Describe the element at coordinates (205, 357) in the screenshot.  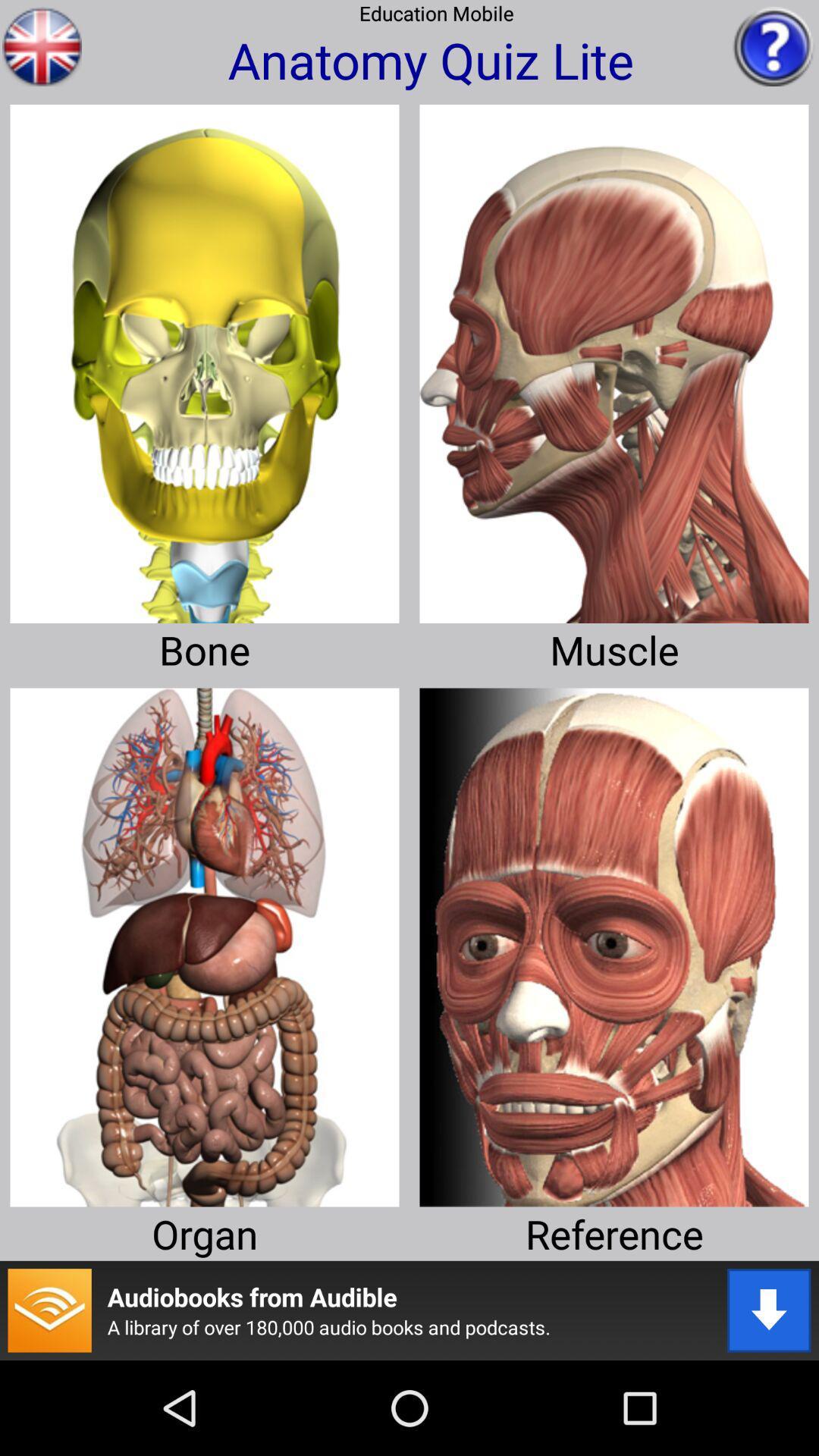
I see `bone quis selection` at that location.